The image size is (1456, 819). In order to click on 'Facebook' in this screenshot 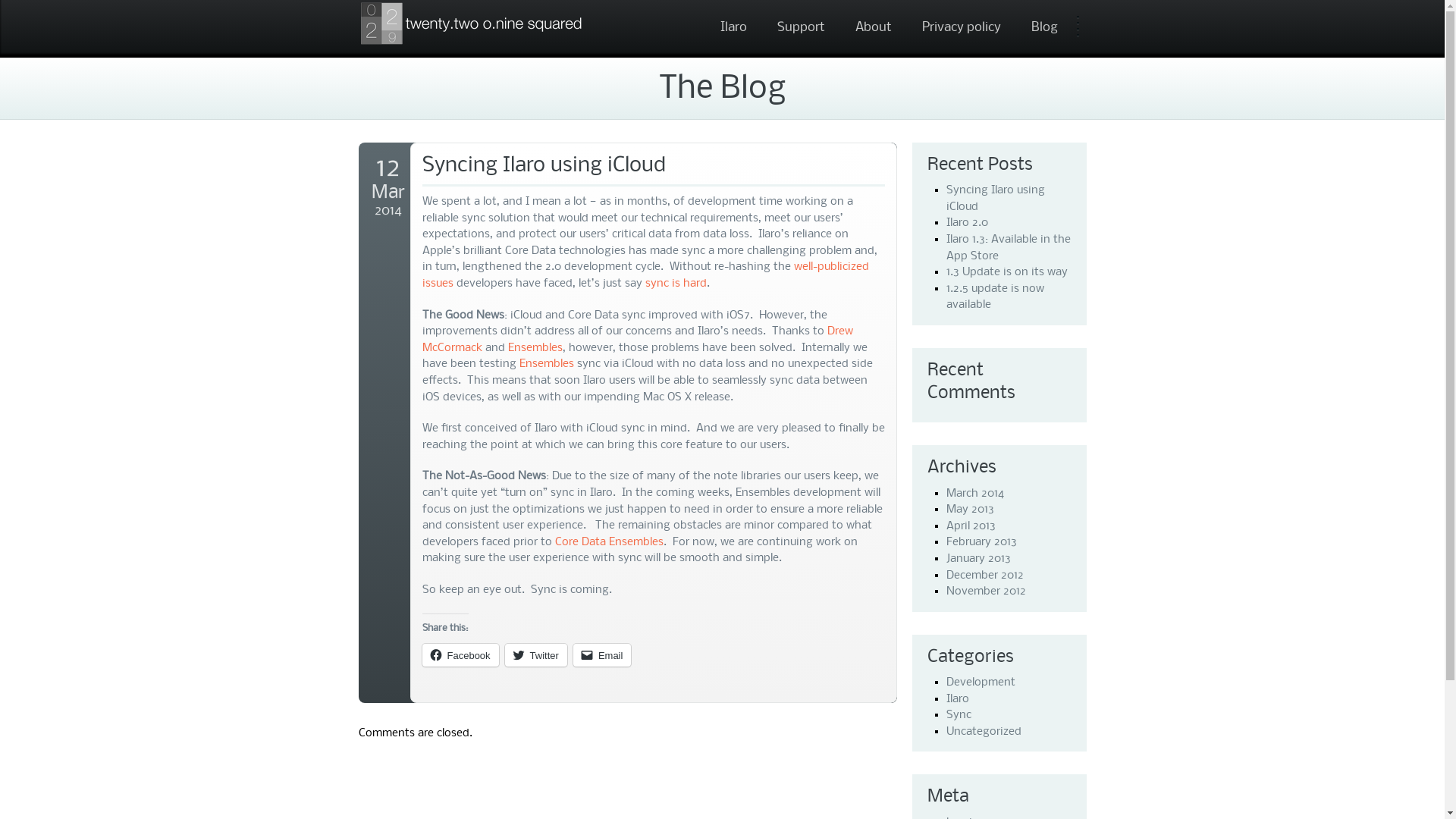, I will do `click(459, 654)`.